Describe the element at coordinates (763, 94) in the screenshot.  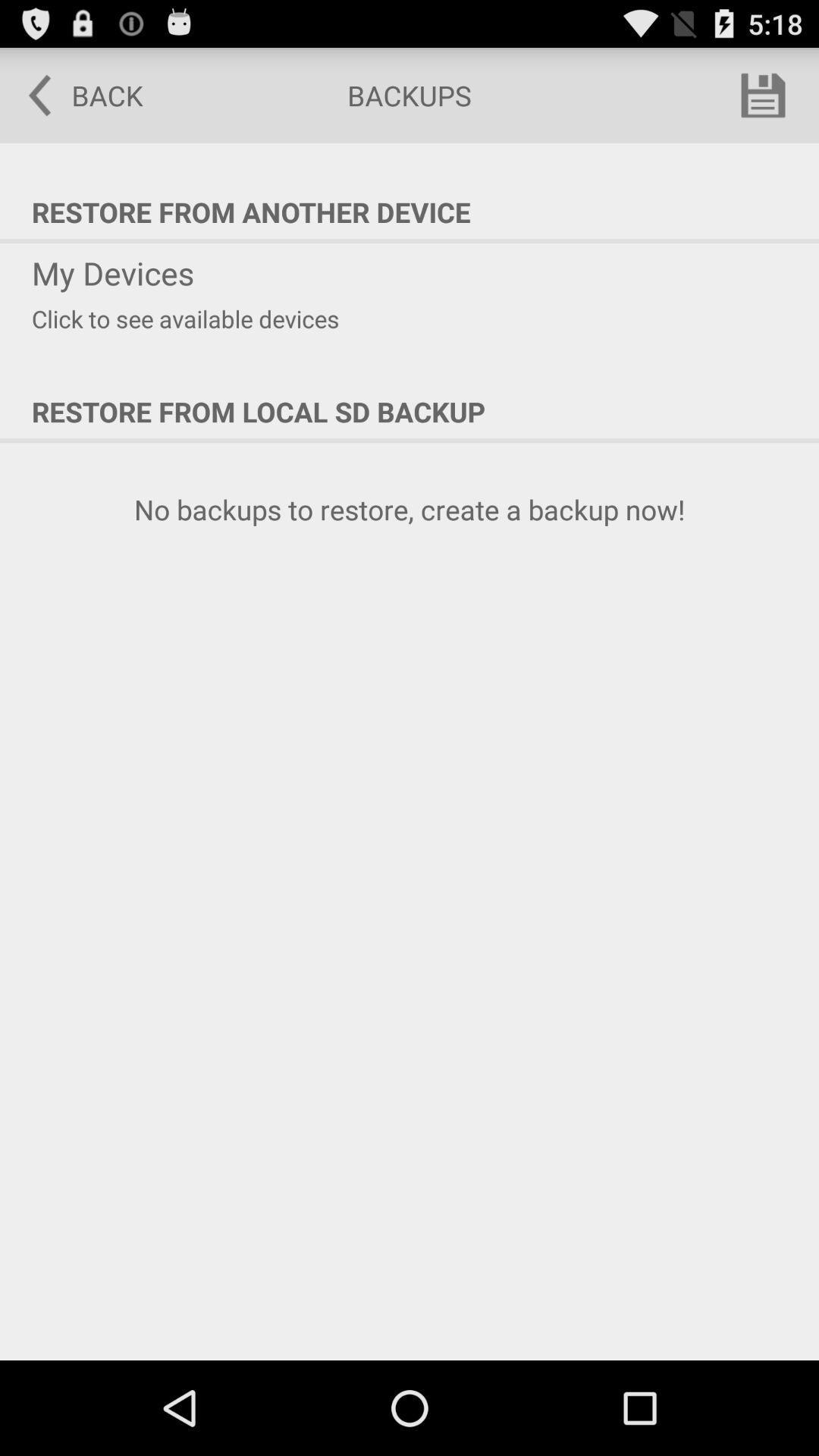
I see `item to the right of backups icon` at that location.